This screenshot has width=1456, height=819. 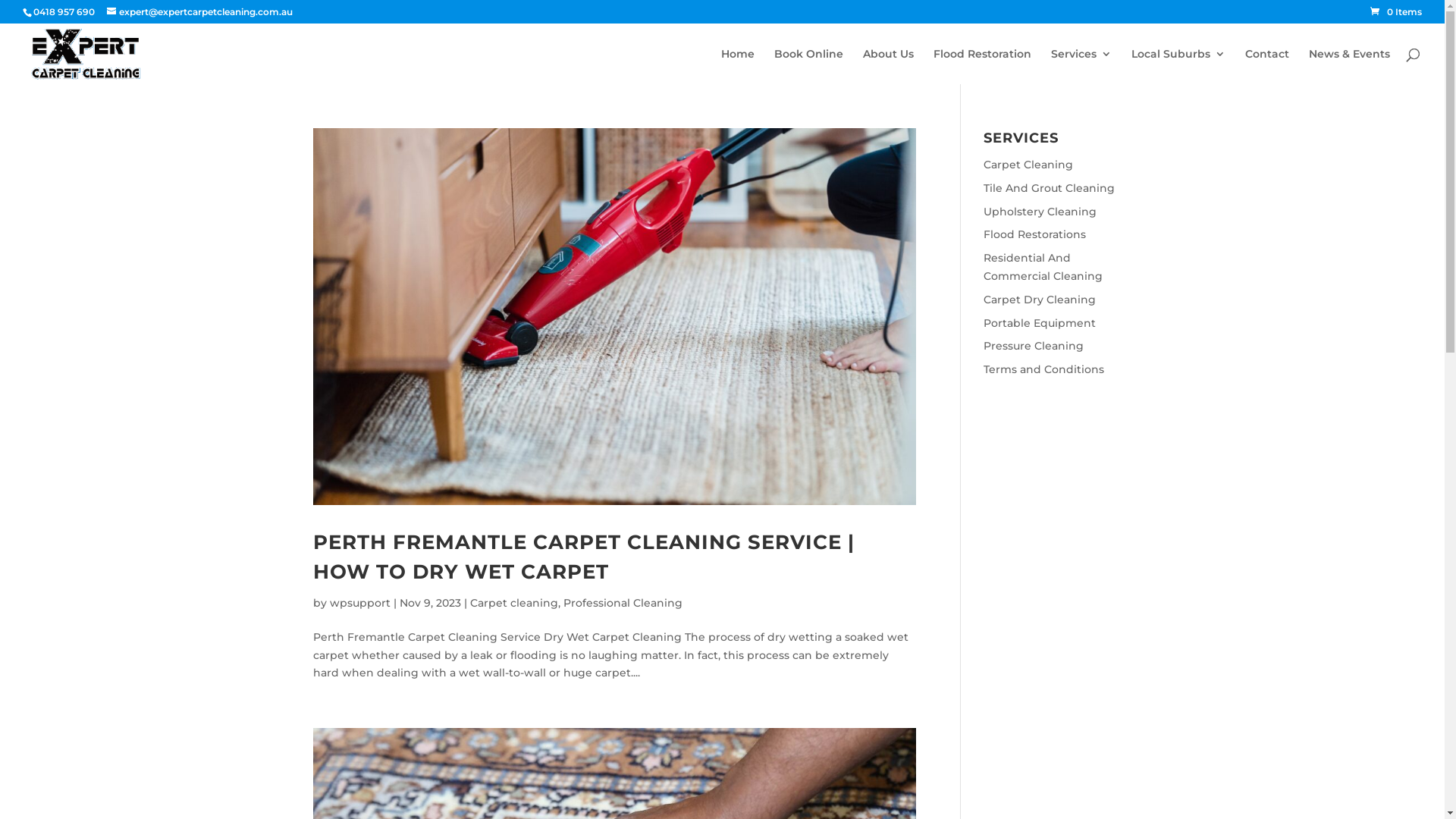 What do you see at coordinates (359, 601) in the screenshot?
I see `'wpsupport'` at bounding box center [359, 601].